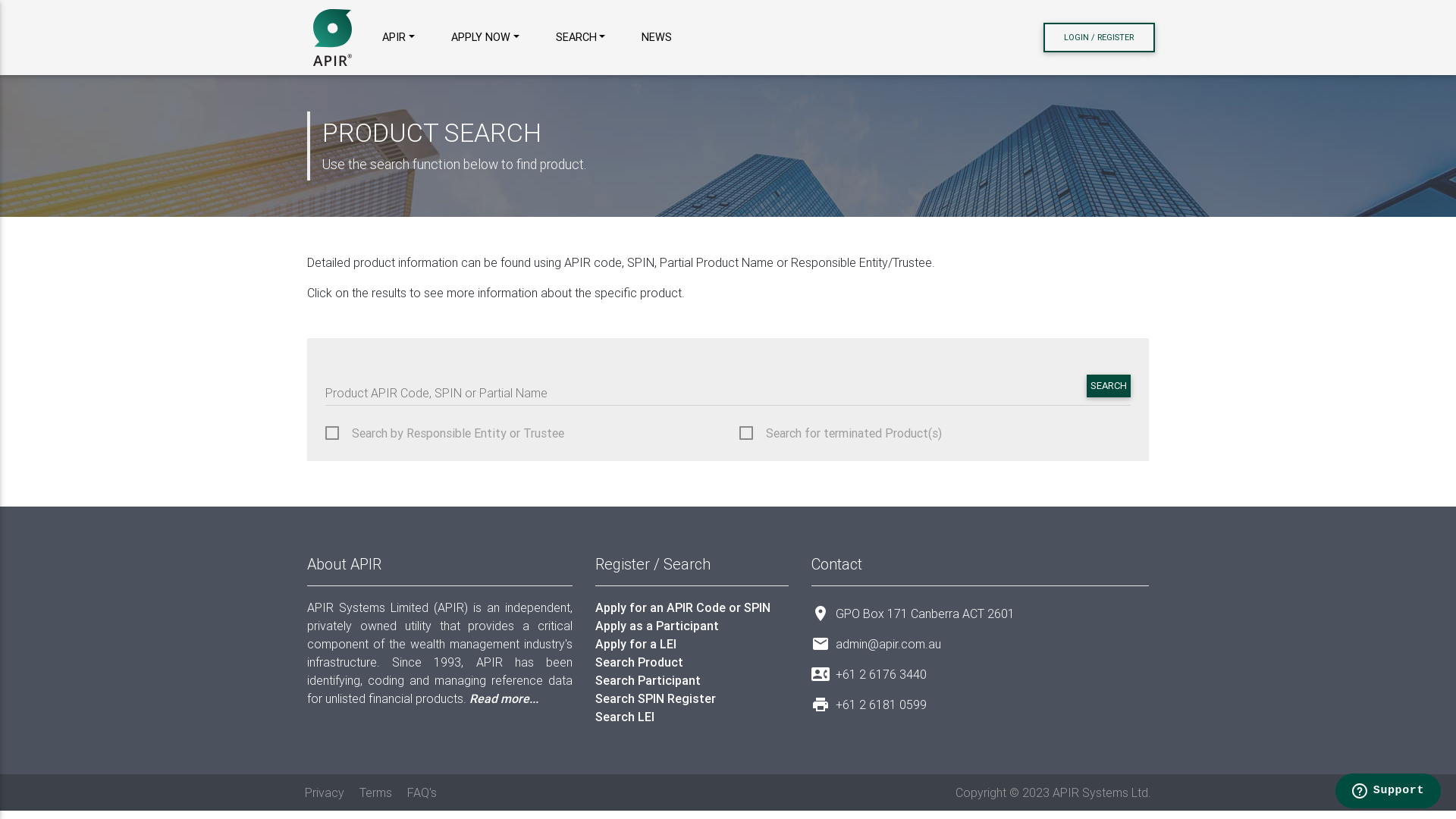  I want to click on 'Apply for an APIR Code or SPIN', so click(691, 607).